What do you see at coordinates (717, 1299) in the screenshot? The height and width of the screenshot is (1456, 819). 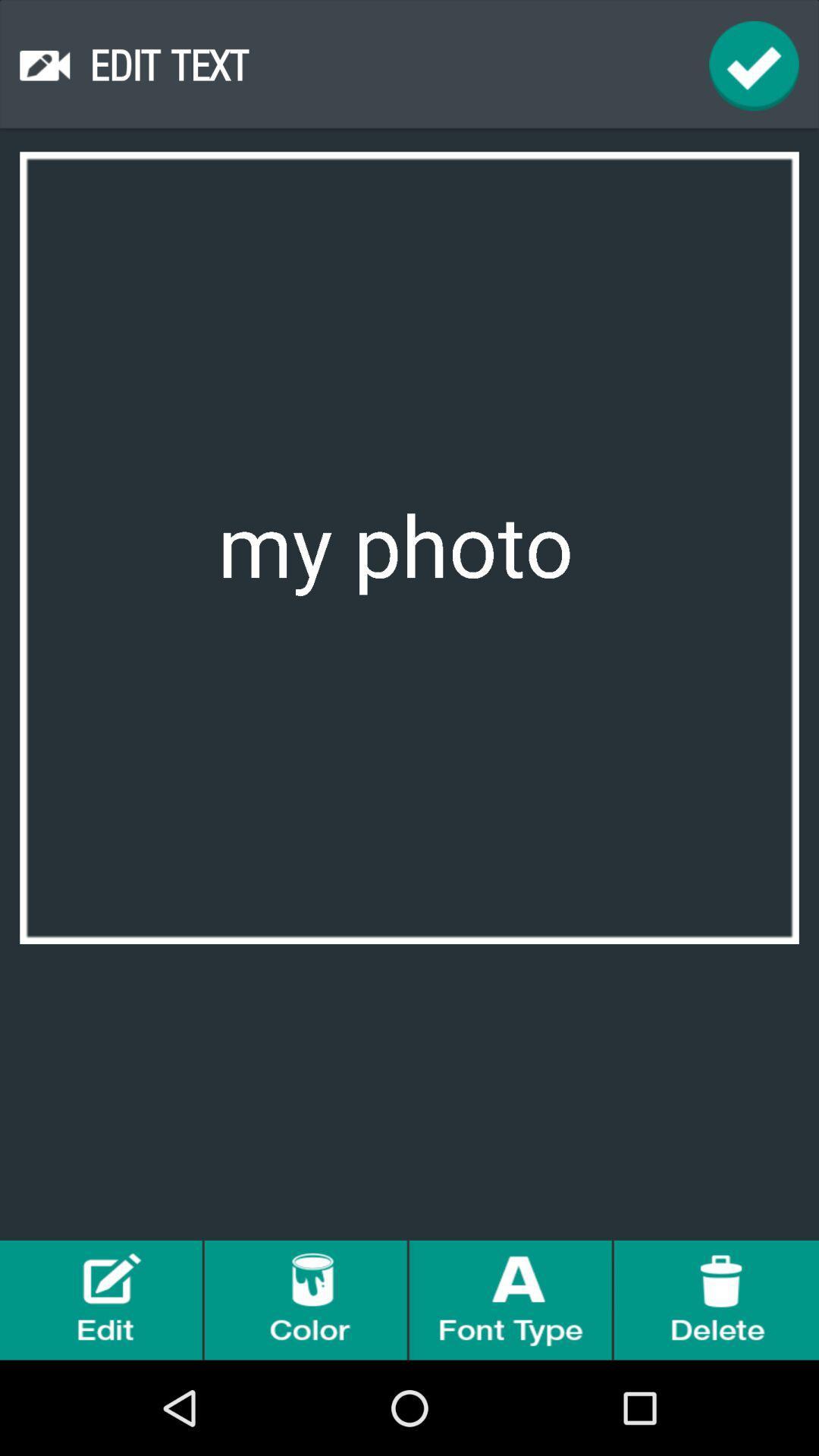 I see `delete option` at bounding box center [717, 1299].